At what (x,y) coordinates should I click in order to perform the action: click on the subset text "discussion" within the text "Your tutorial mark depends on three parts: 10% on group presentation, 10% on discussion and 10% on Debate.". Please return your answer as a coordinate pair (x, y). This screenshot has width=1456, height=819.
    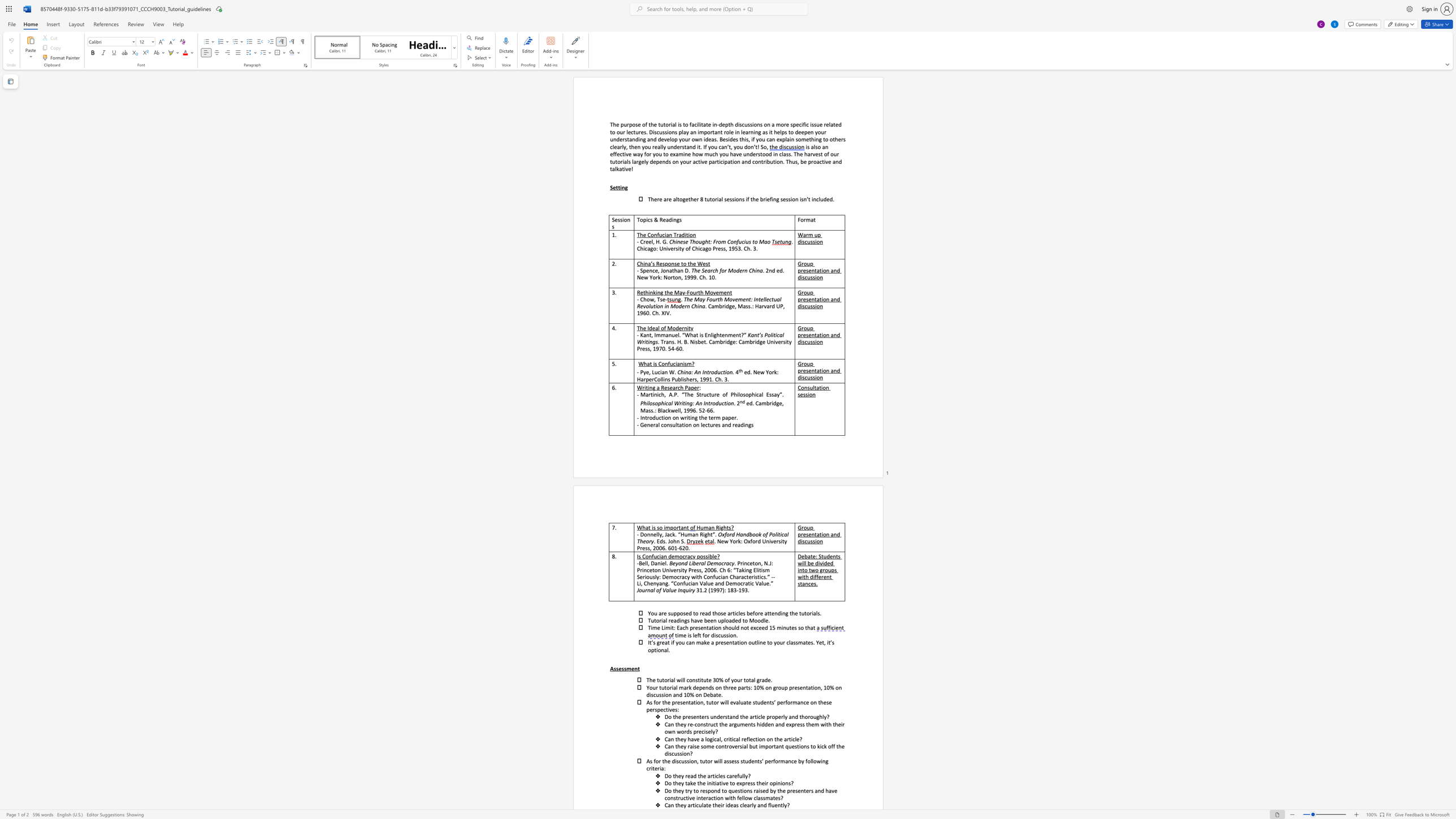
    Looking at the image, I should click on (645, 694).